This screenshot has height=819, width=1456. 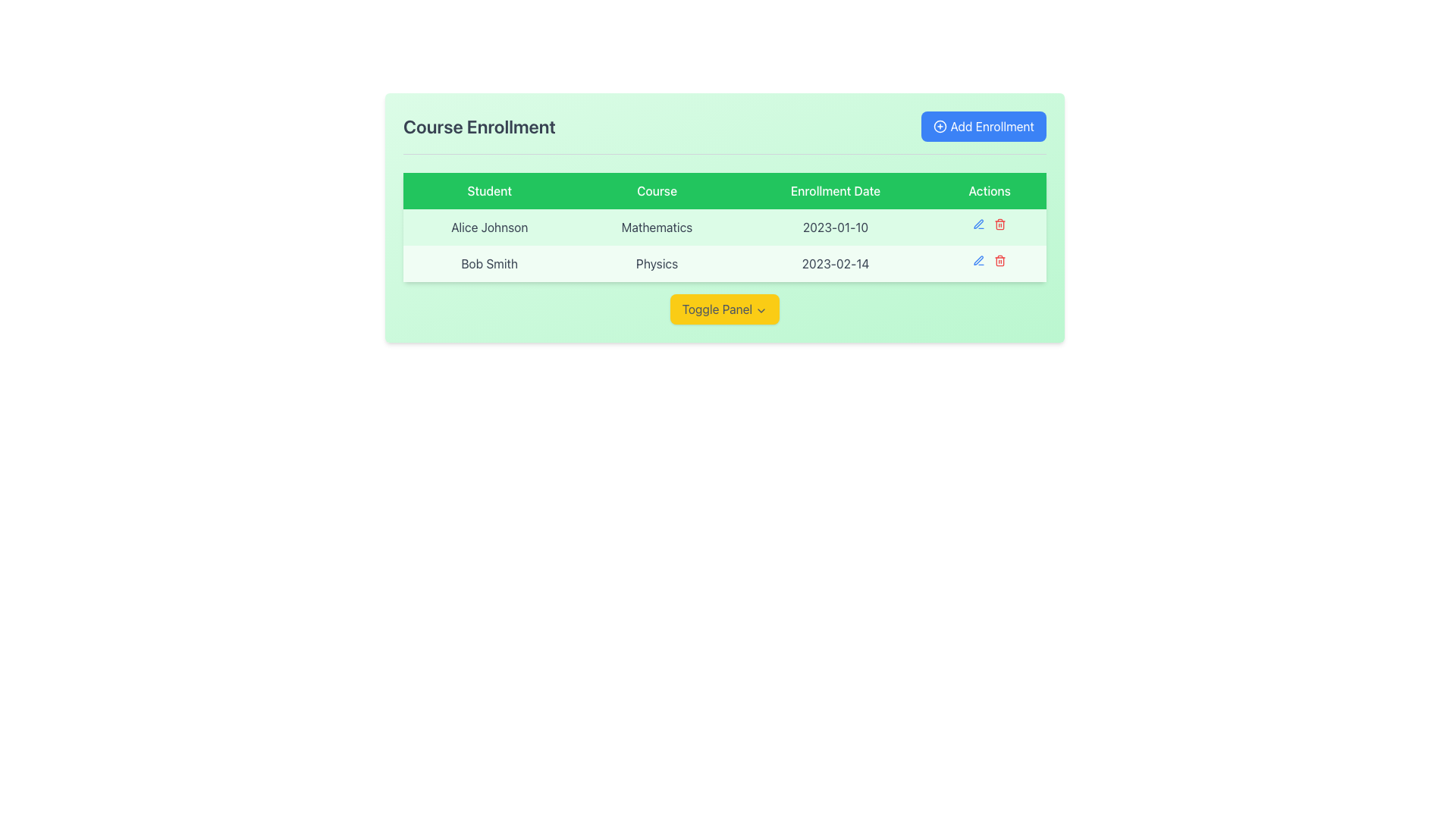 I want to click on the SVG circle element that symbolizes adding or creating, which is part of the 'Add Enrollment' button located at the top-right corner of the UI component, so click(x=940, y=125).